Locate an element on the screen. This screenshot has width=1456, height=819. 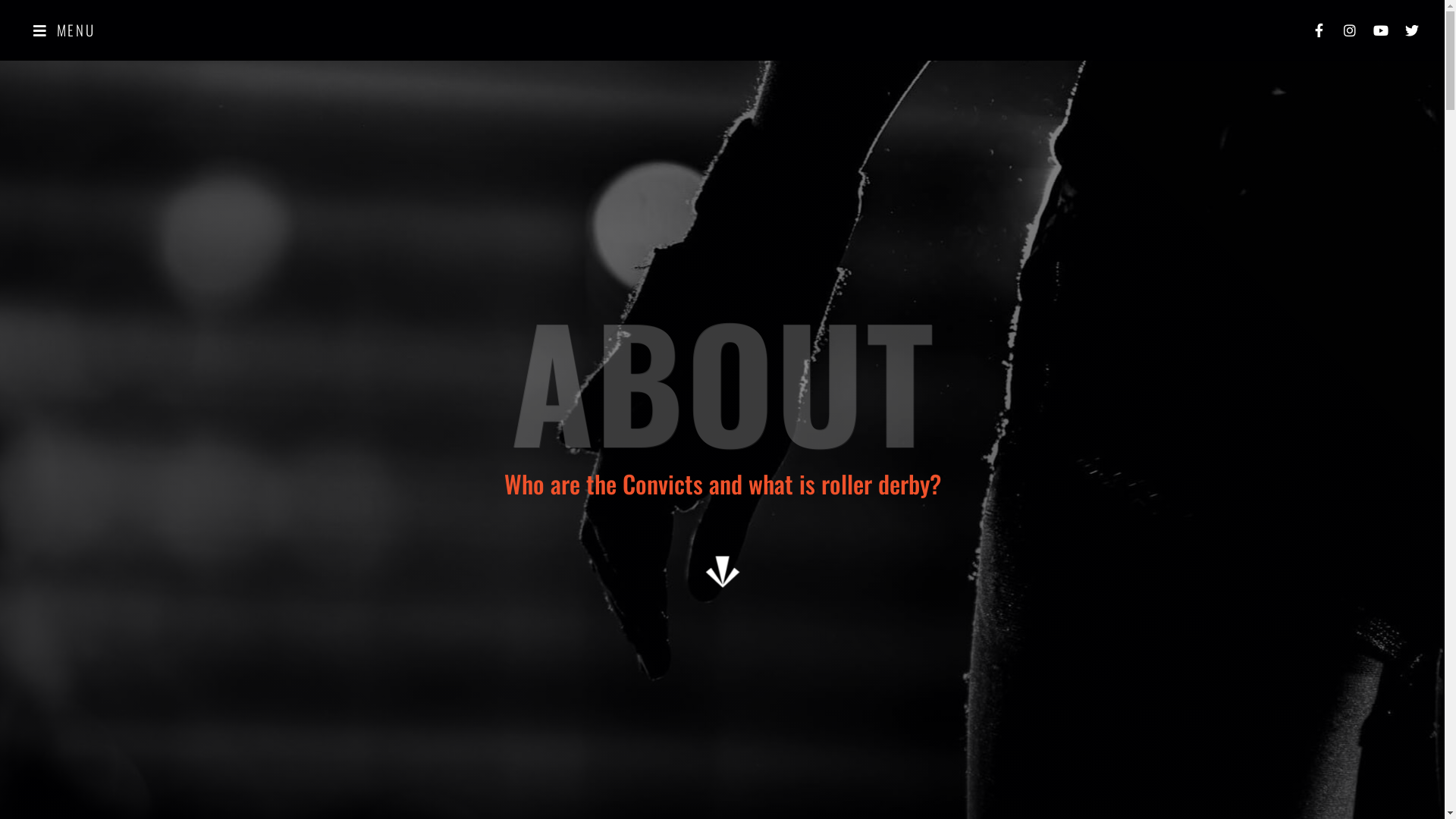
'MENU' is located at coordinates (64, 30).